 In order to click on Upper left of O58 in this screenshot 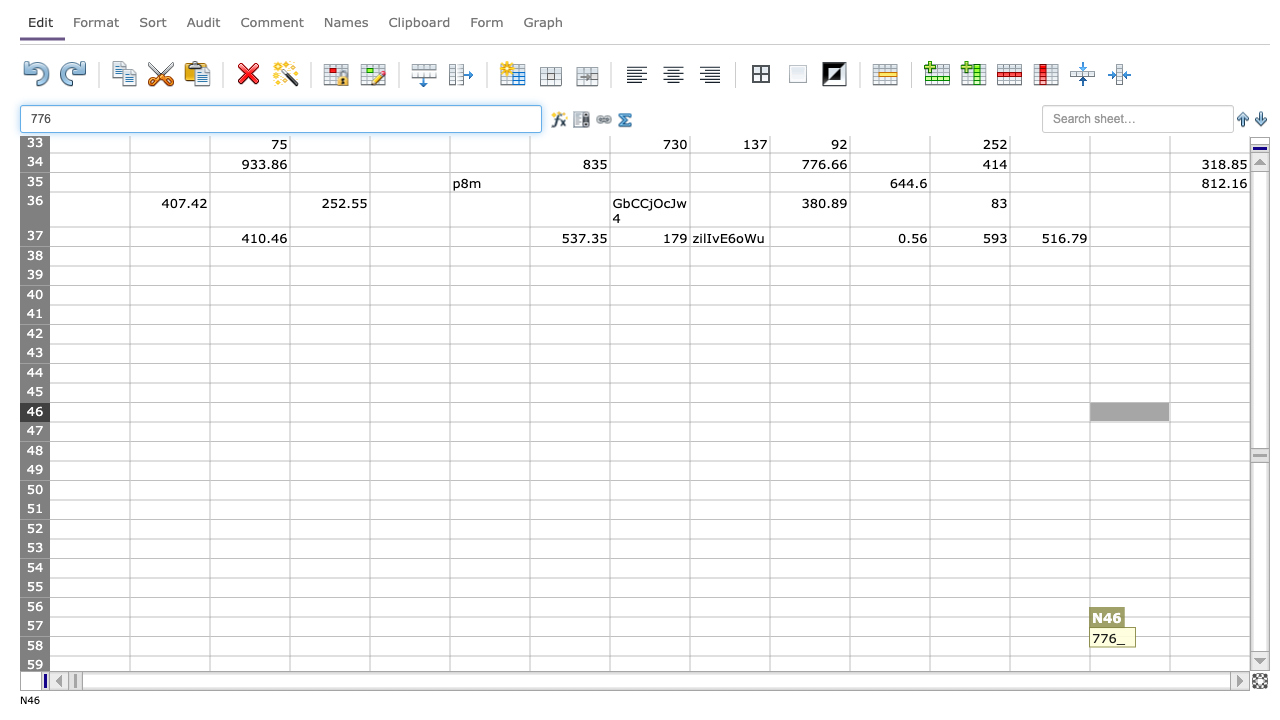, I will do `click(1170, 636)`.